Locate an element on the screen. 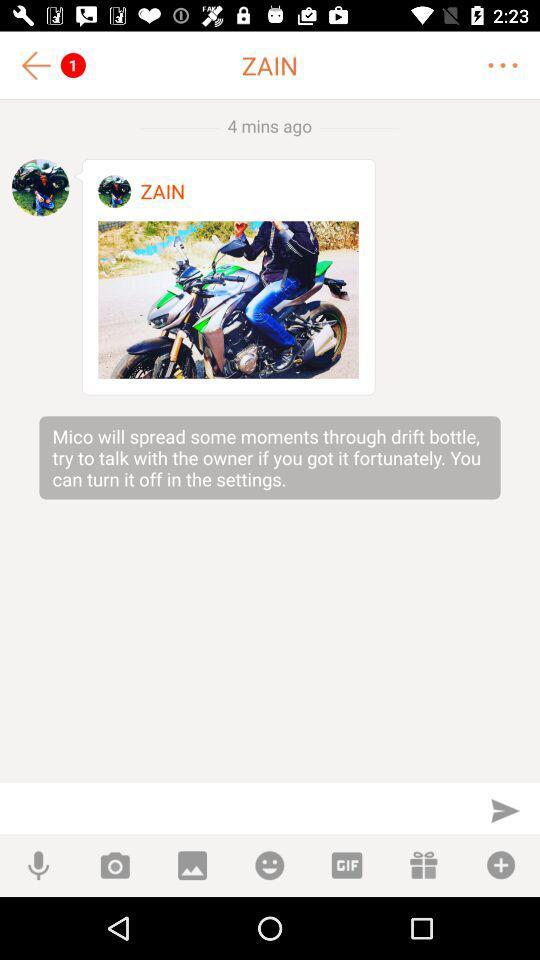 The image size is (540, 960). gifs section is located at coordinates (345, 864).